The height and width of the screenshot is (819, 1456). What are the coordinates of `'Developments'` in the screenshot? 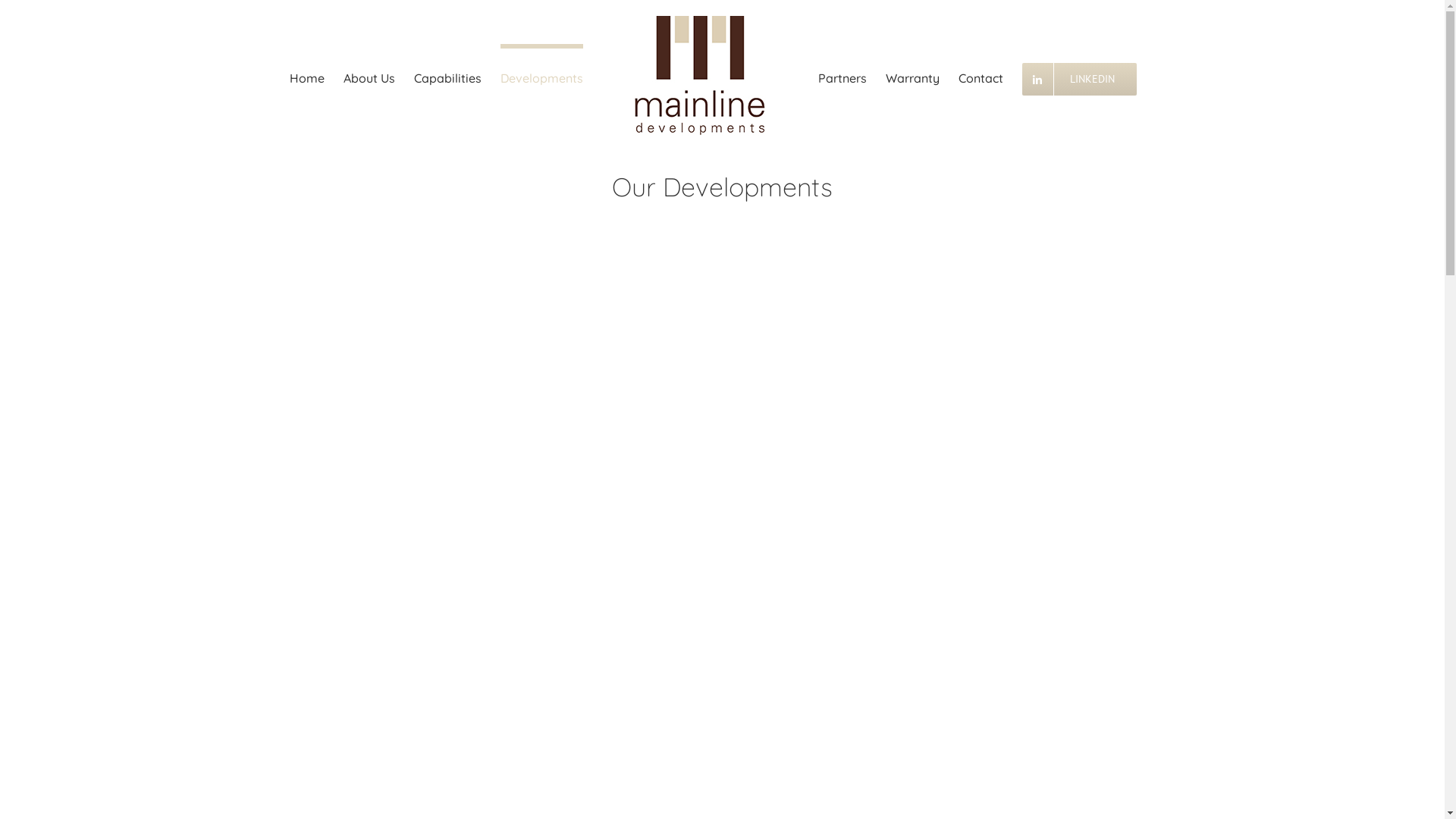 It's located at (541, 76).